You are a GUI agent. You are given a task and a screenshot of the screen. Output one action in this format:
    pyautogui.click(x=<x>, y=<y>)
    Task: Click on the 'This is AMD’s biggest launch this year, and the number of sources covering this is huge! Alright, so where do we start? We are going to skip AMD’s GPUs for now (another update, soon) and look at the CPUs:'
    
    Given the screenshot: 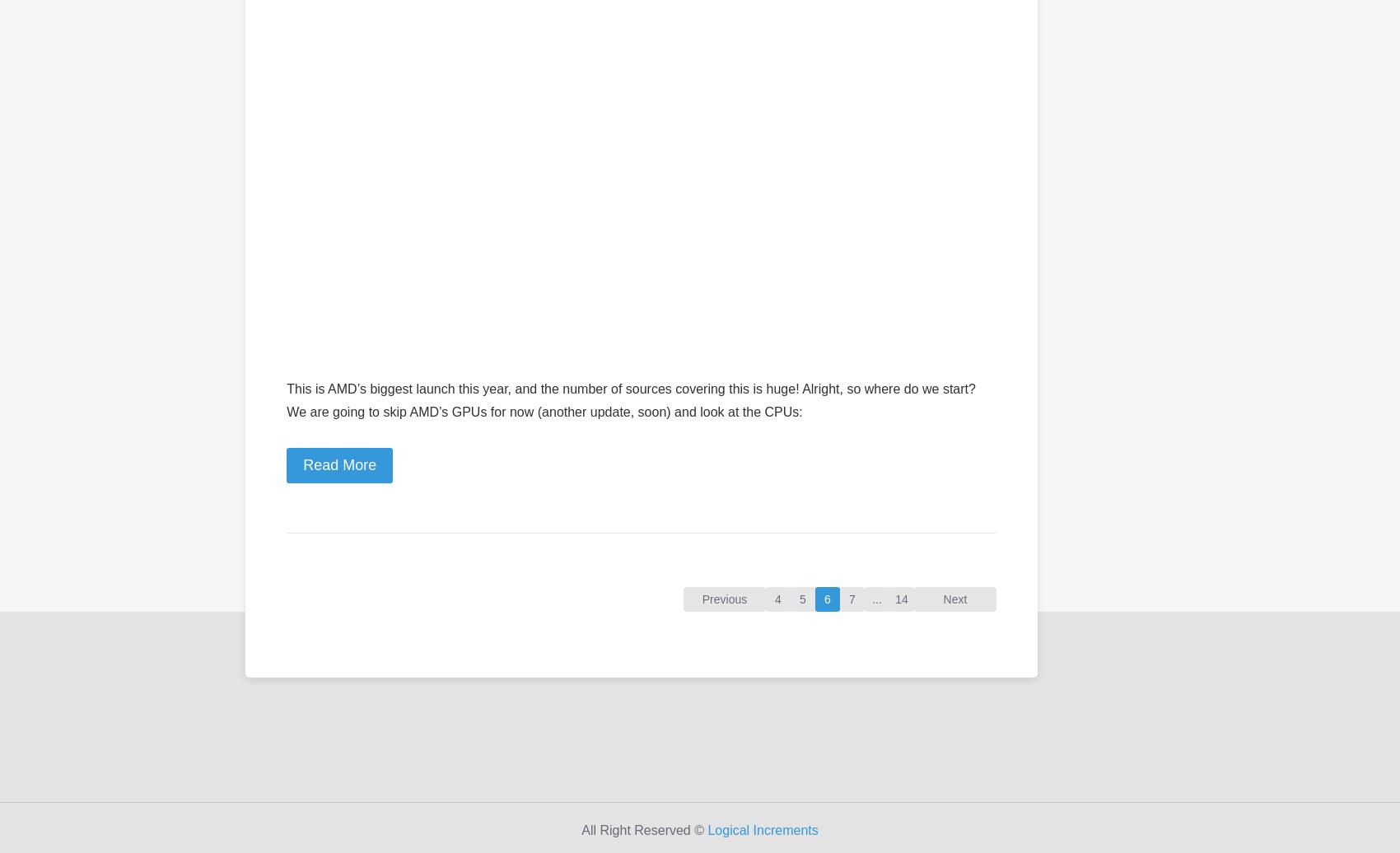 What is the action you would take?
    pyautogui.click(x=630, y=399)
    